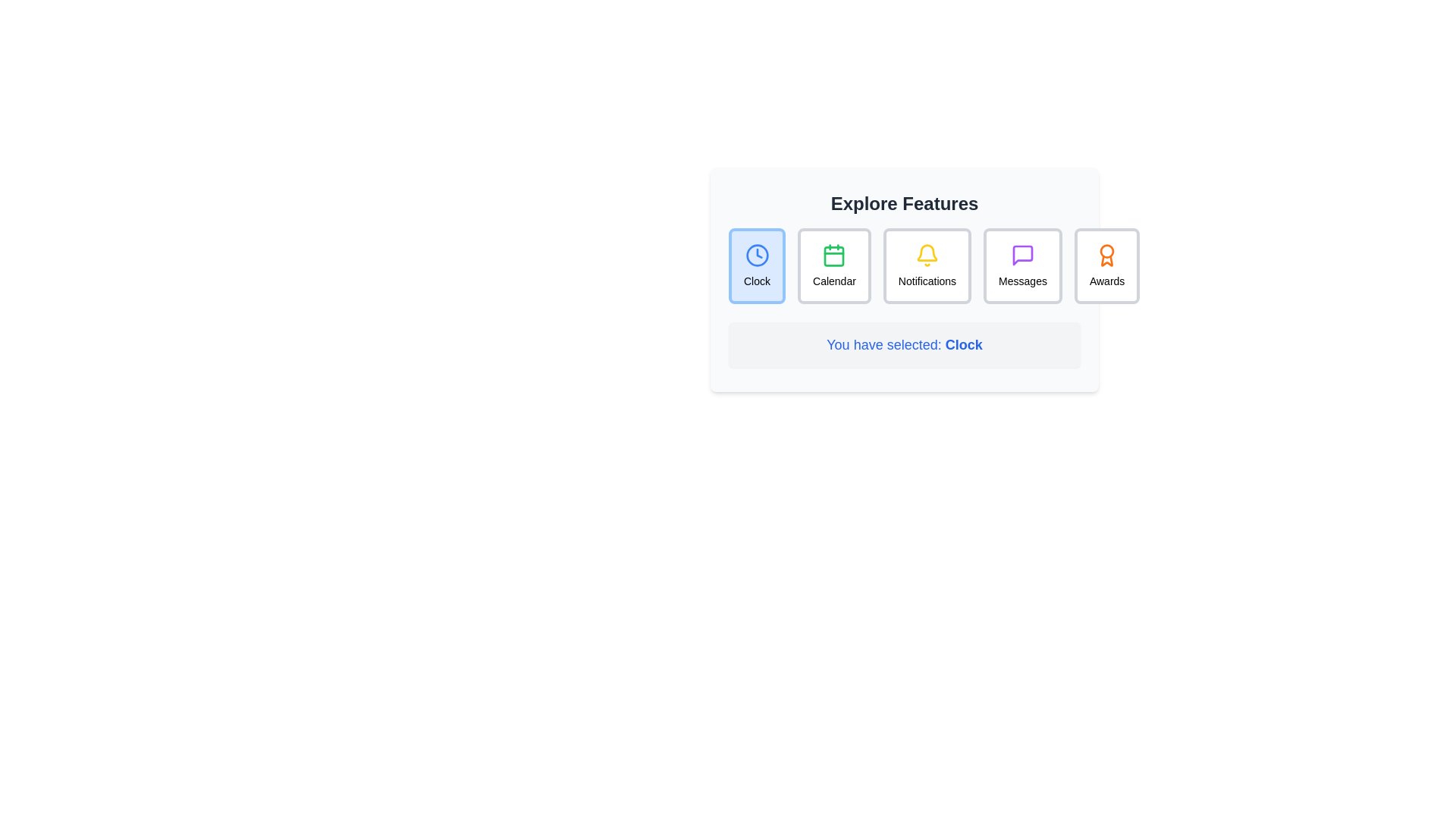  What do you see at coordinates (927, 265) in the screenshot?
I see `the Notifications button, which is the third button in a horizontal row, located between the Calendar button and the Messages button` at bounding box center [927, 265].